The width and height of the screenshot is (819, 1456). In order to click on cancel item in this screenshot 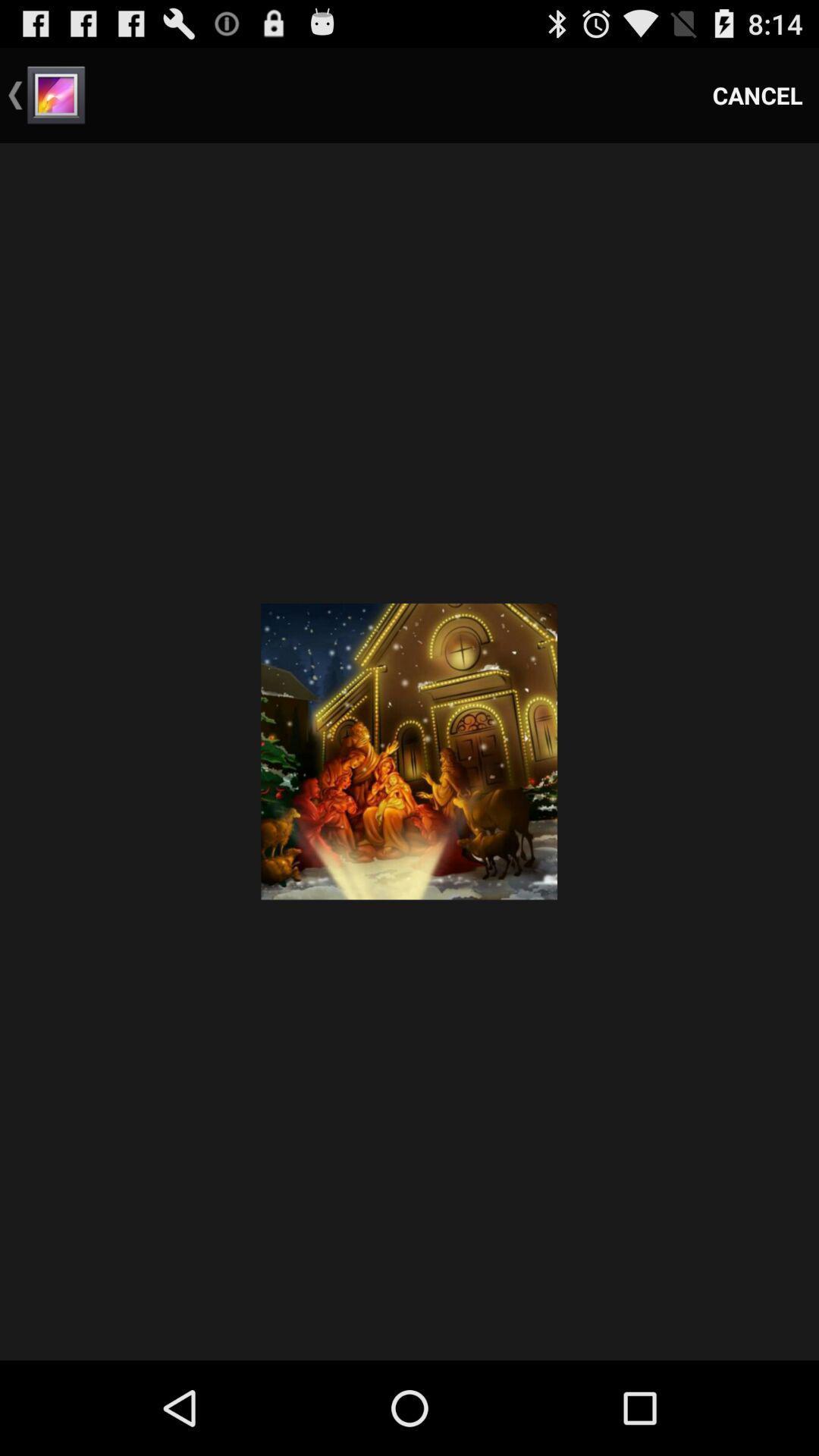, I will do `click(758, 94)`.